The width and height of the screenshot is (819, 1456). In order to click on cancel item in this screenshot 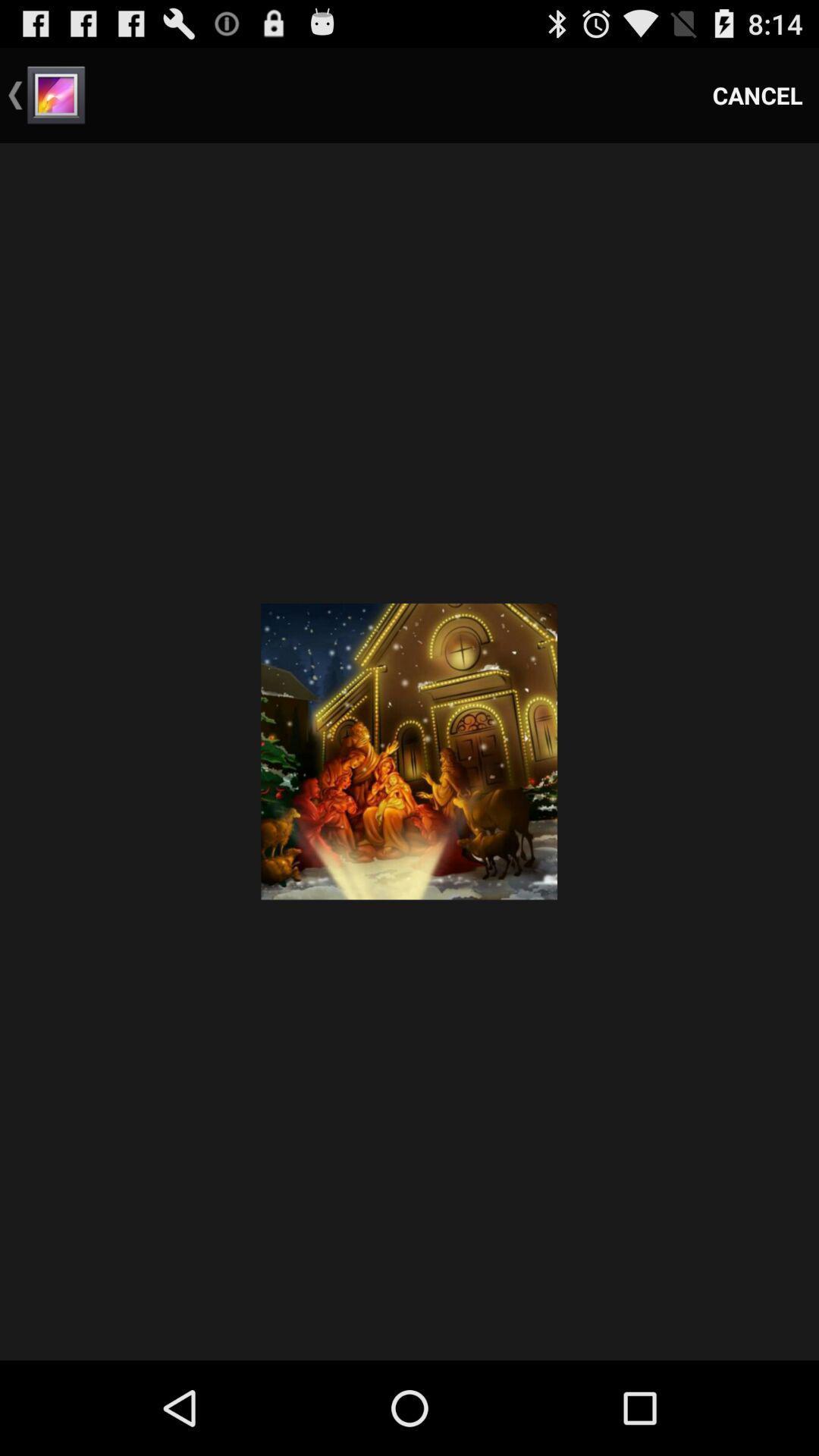, I will do `click(758, 94)`.